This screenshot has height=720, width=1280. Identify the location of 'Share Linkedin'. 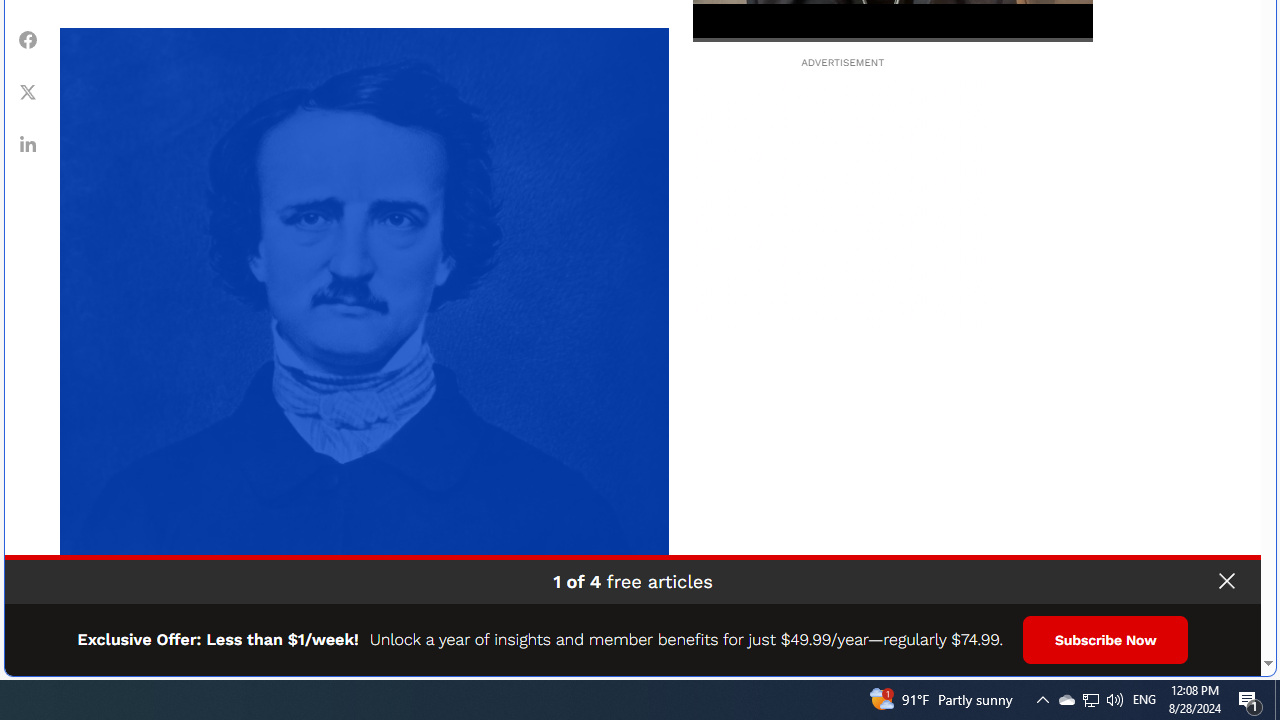
(28, 142).